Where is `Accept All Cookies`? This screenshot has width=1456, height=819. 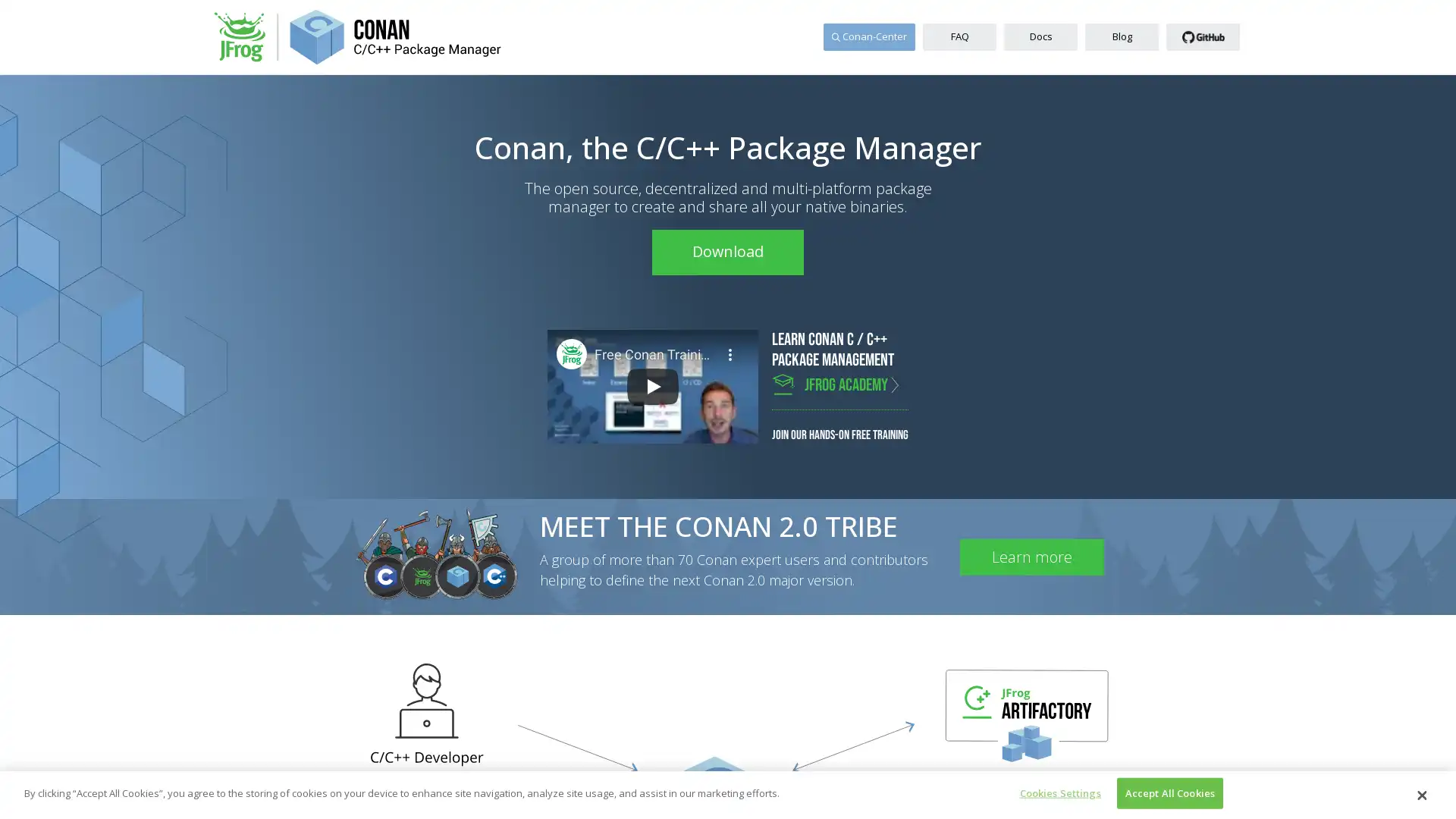 Accept All Cookies is located at coordinates (1169, 792).